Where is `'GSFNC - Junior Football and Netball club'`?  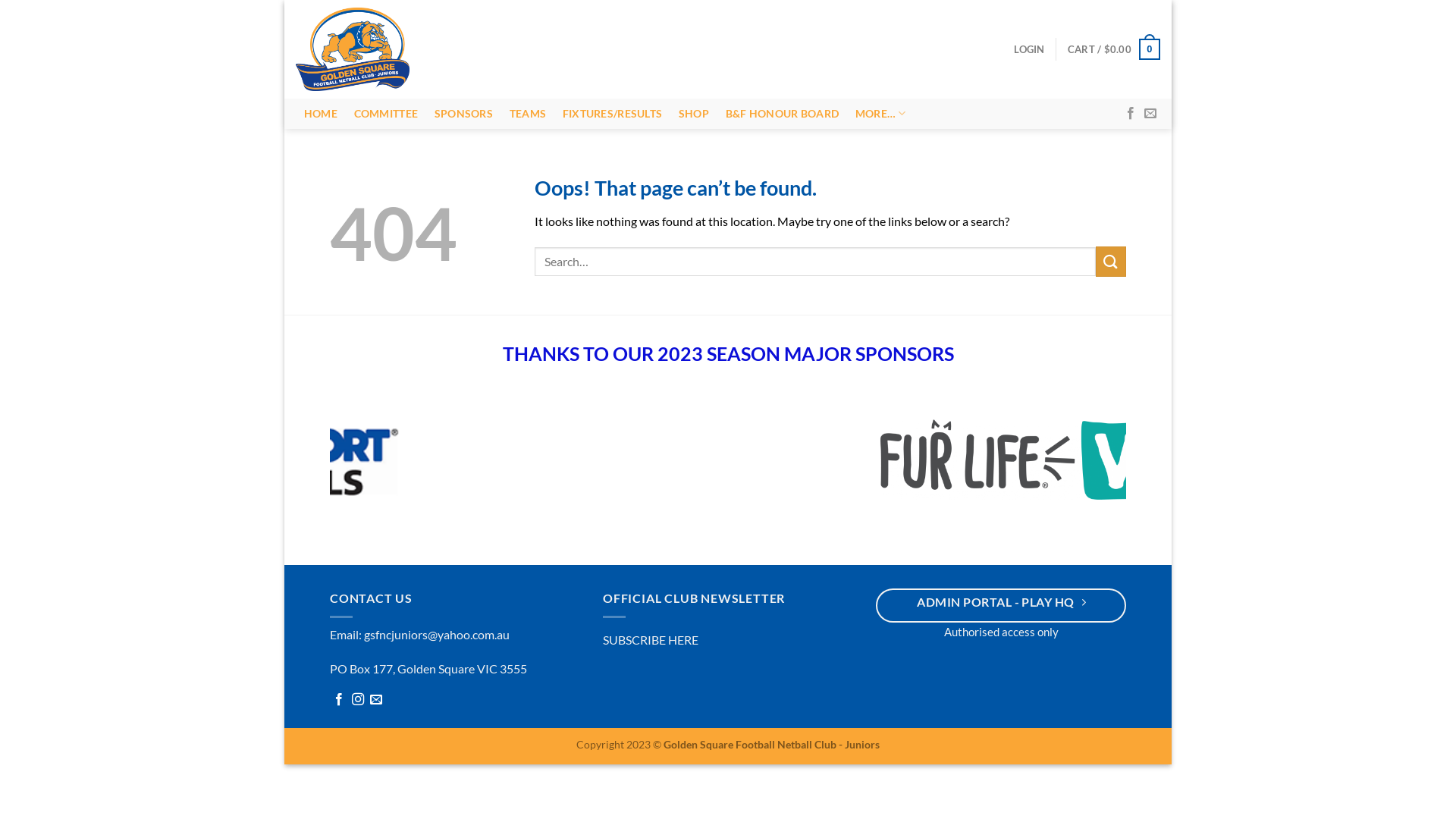
'GSFNC - Junior Football and Netball club' is located at coordinates (356, 49).